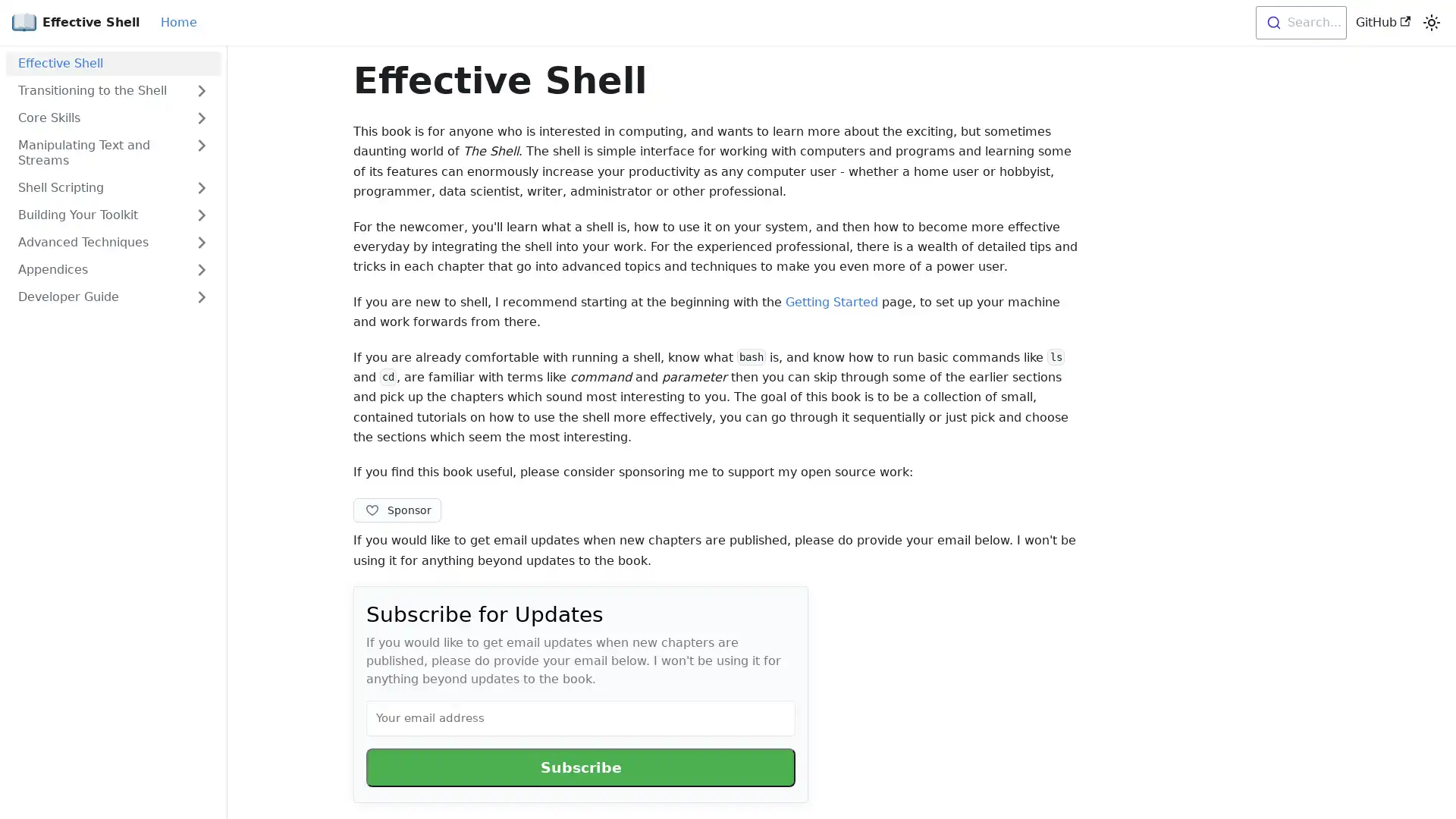 This screenshot has height=819, width=1456. Describe the element at coordinates (1430, 23) in the screenshot. I see `Switch between dark and light mode (currently light mode)` at that location.